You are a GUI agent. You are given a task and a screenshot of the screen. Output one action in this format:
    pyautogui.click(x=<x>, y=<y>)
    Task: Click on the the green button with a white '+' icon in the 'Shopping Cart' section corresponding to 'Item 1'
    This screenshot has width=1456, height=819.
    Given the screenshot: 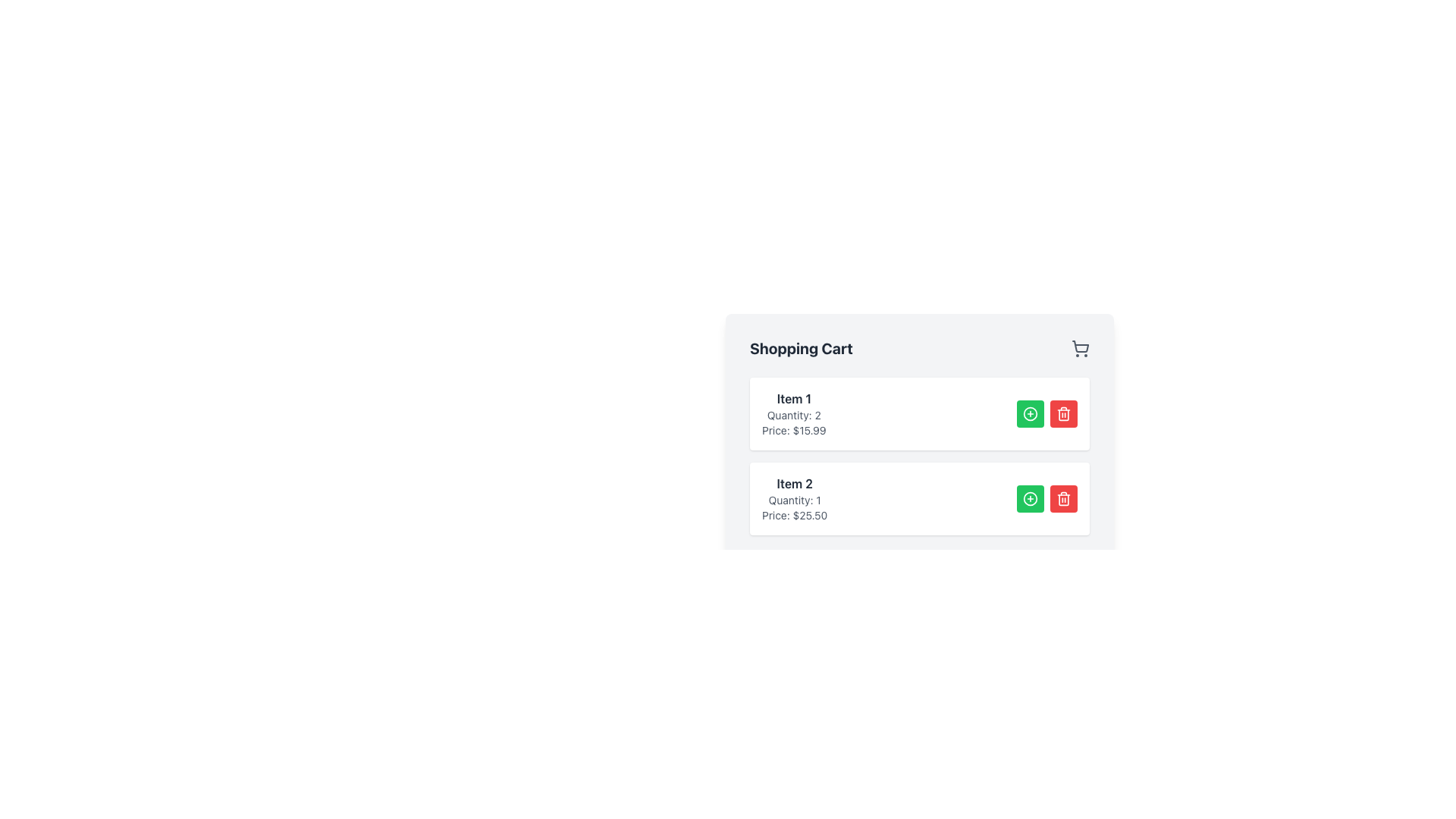 What is the action you would take?
    pyautogui.click(x=1030, y=414)
    